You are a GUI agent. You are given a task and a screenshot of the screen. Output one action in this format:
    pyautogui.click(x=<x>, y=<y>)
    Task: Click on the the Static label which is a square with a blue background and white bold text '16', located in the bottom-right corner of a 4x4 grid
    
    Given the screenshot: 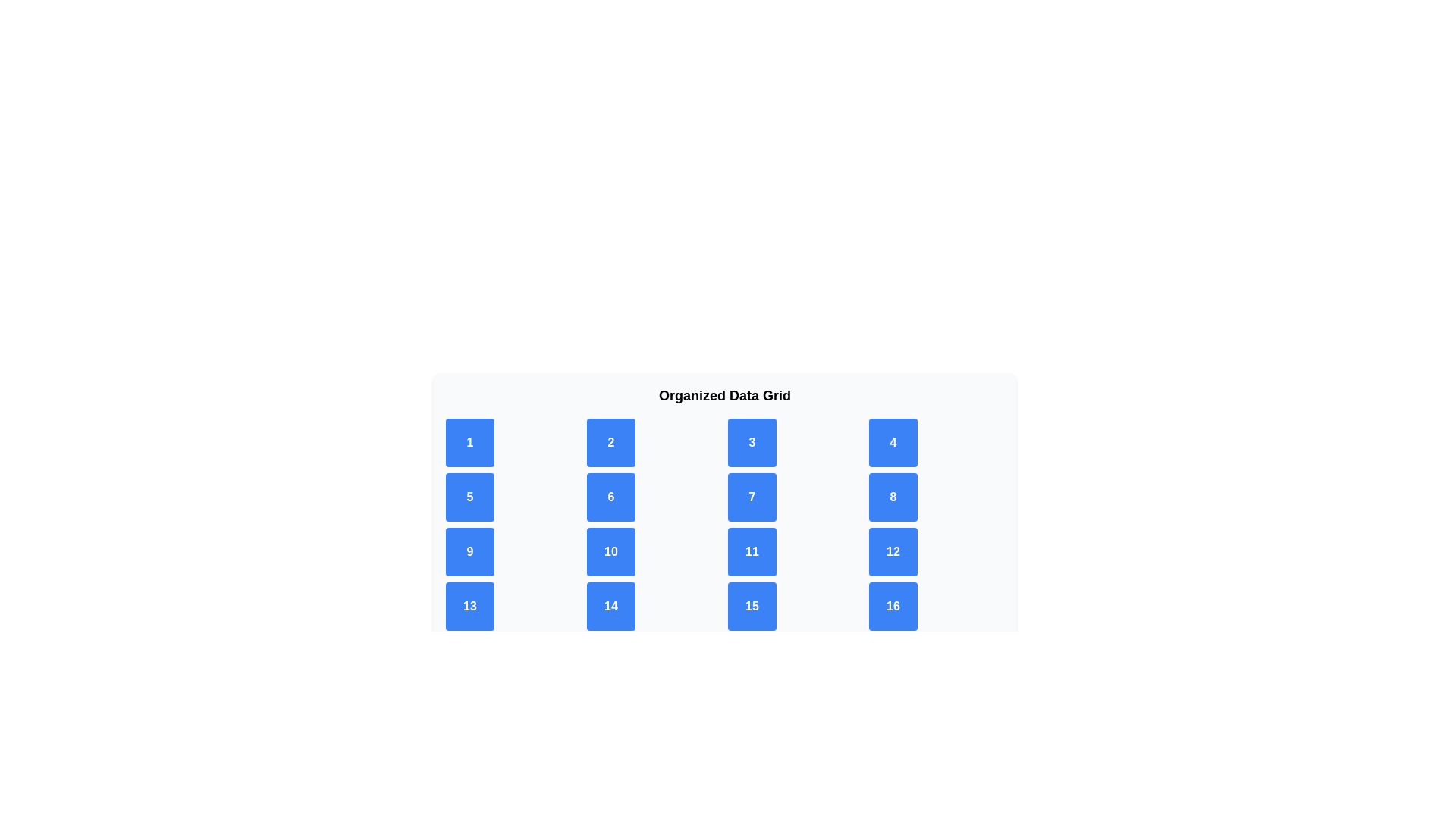 What is the action you would take?
    pyautogui.click(x=893, y=605)
    